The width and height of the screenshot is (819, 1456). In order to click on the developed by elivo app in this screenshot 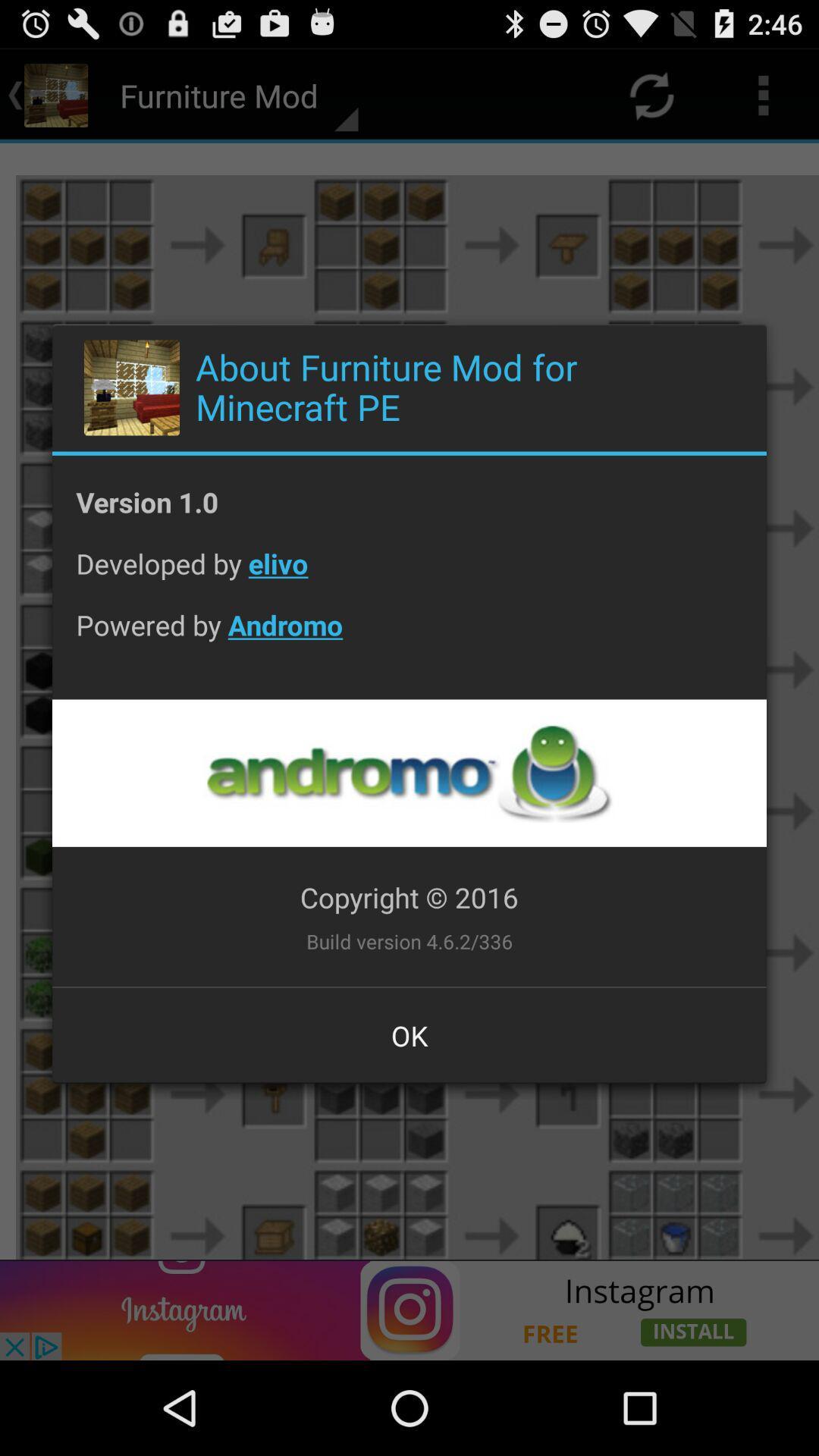, I will do `click(409, 574)`.